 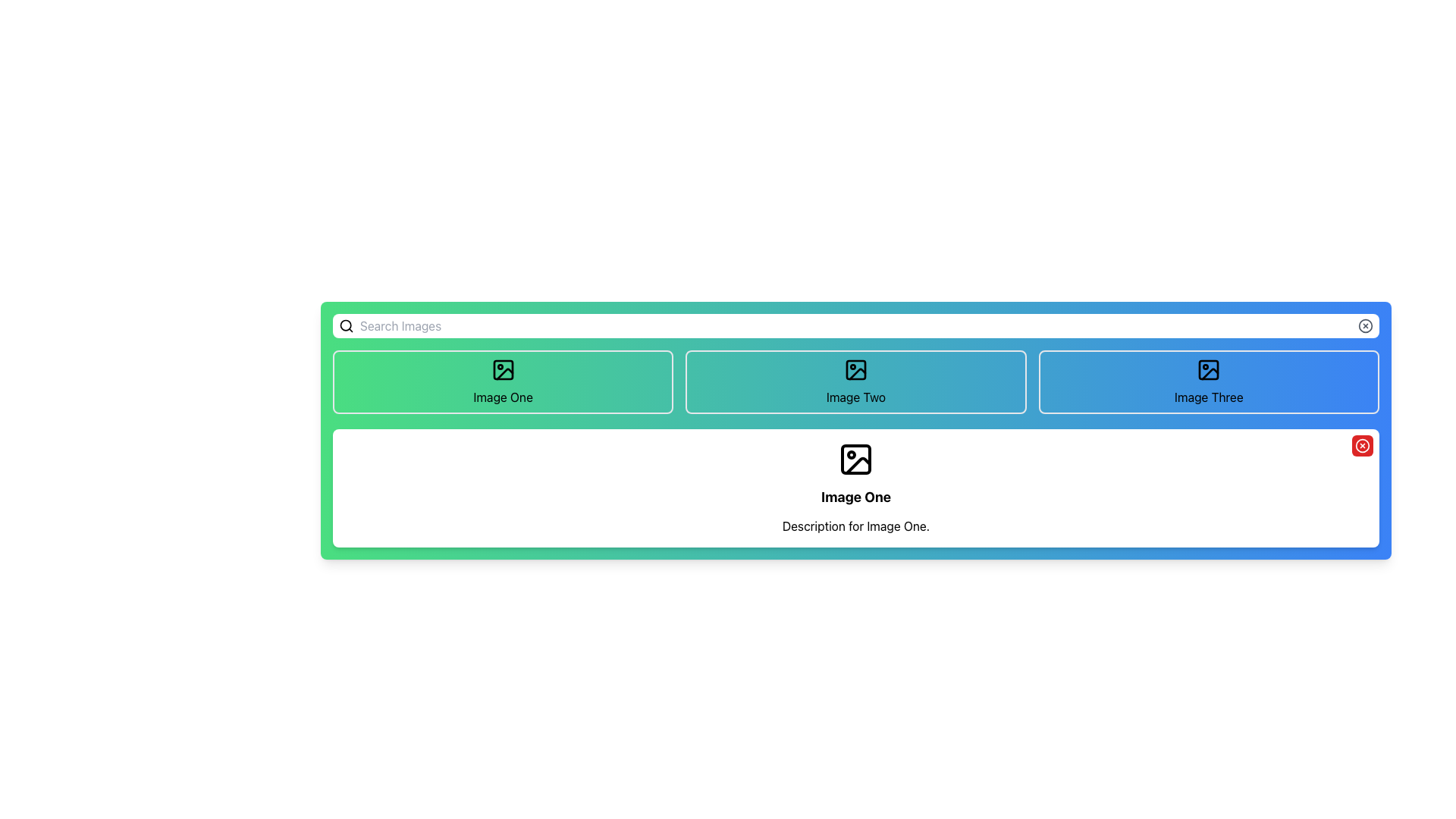 I want to click on the rectangular button with rounded corners and a gradient background labeled 'Image One', so click(x=503, y=381).